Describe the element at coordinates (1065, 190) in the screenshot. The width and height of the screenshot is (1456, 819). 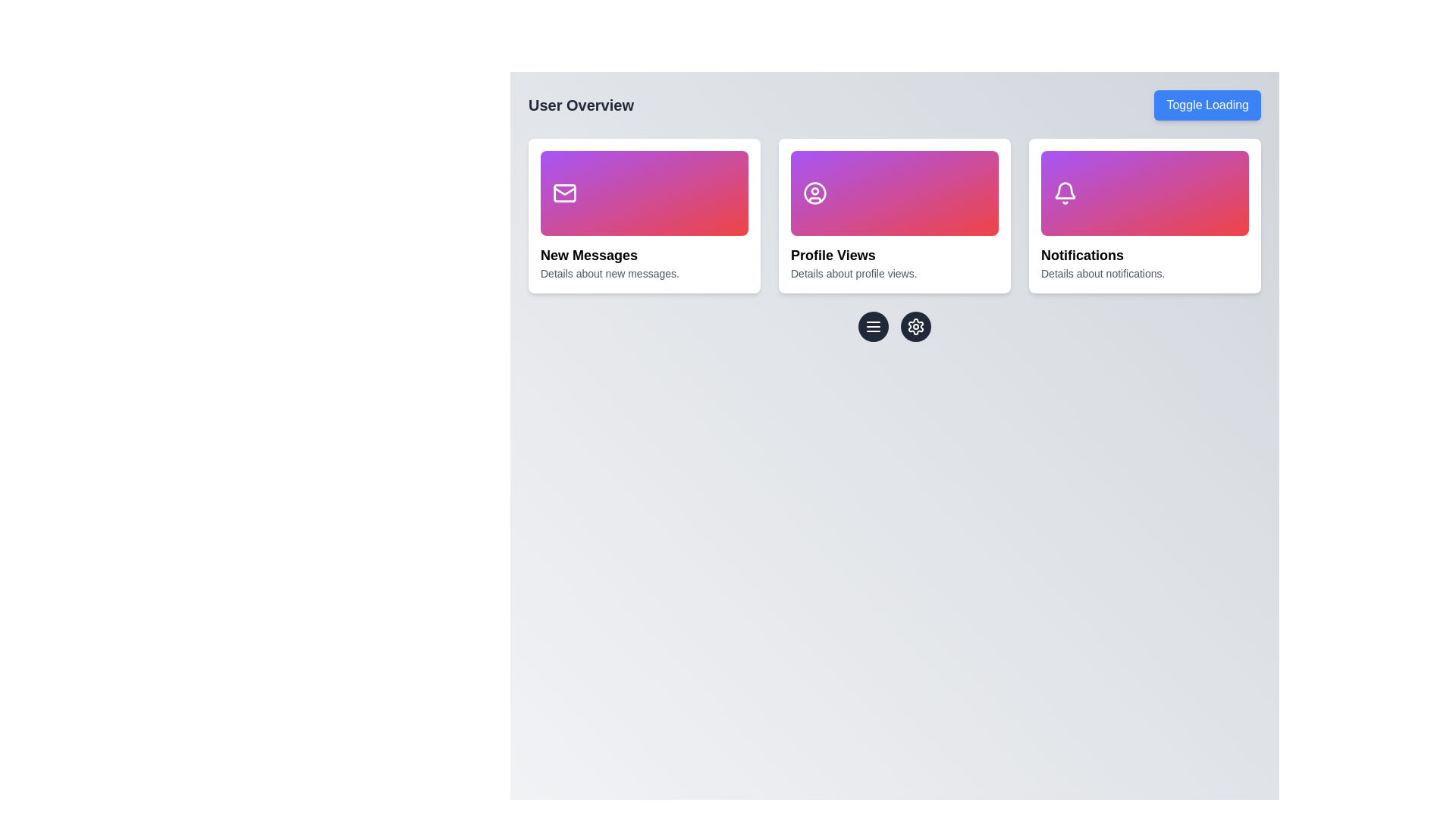
I see `the notifications icon located in the upper section of the 'Notifications' card on the right side of the interface` at that location.